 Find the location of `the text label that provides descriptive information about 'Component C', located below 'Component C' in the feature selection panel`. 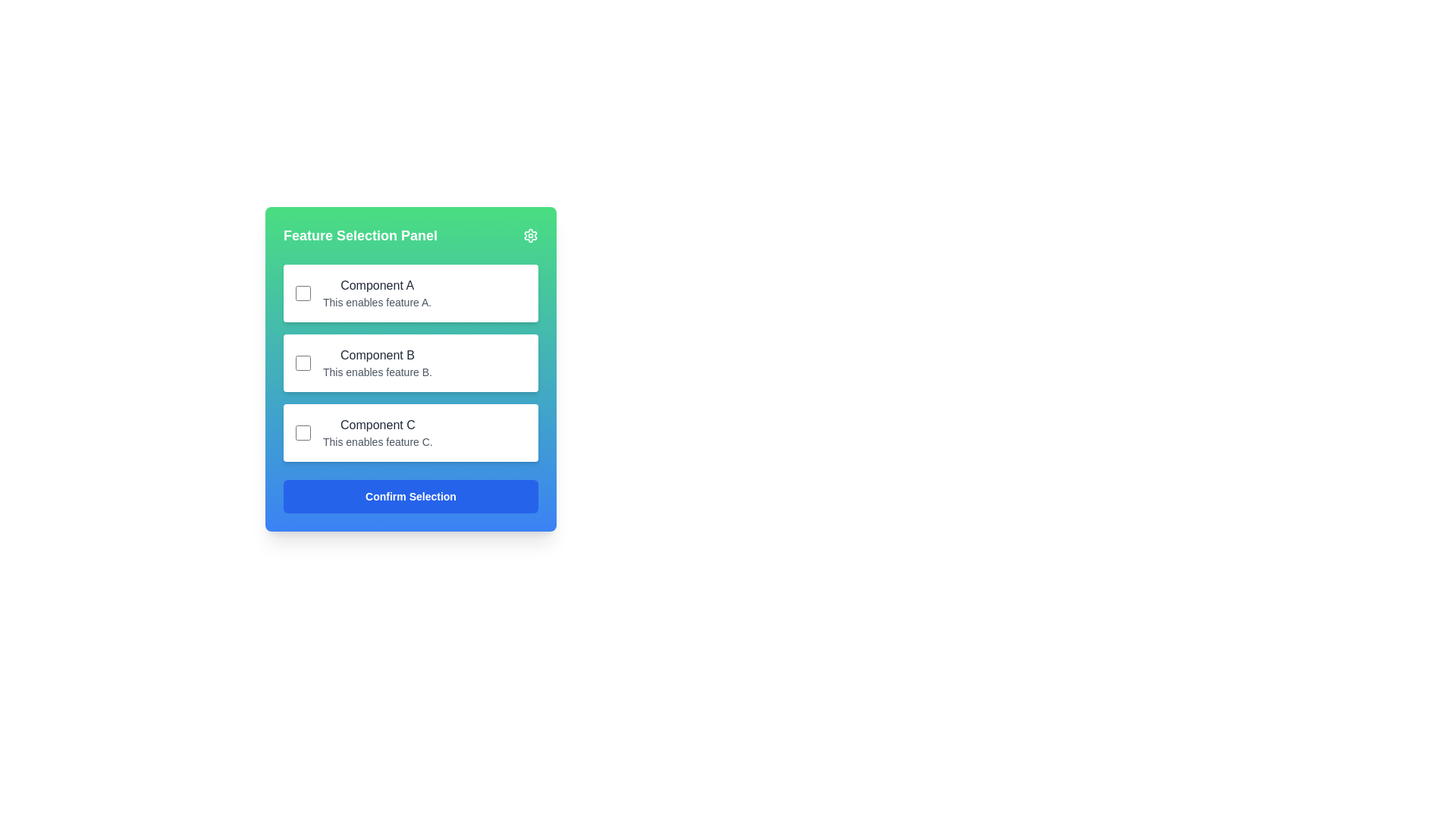

the text label that provides descriptive information about 'Component C', located below 'Component C' in the feature selection panel is located at coordinates (378, 441).